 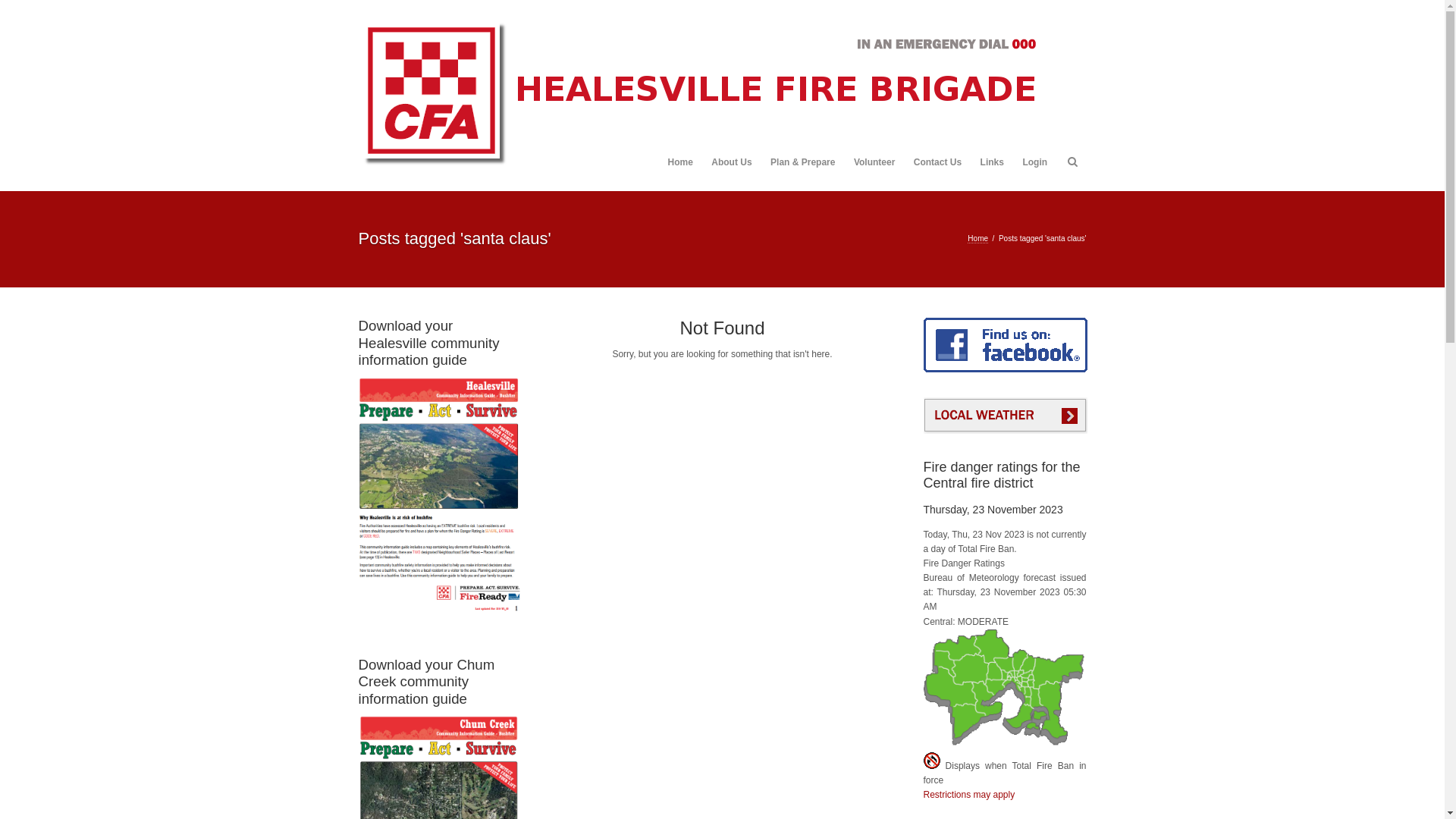 What do you see at coordinates (874, 162) in the screenshot?
I see `'Volunteer'` at bounding box center [874, 162].